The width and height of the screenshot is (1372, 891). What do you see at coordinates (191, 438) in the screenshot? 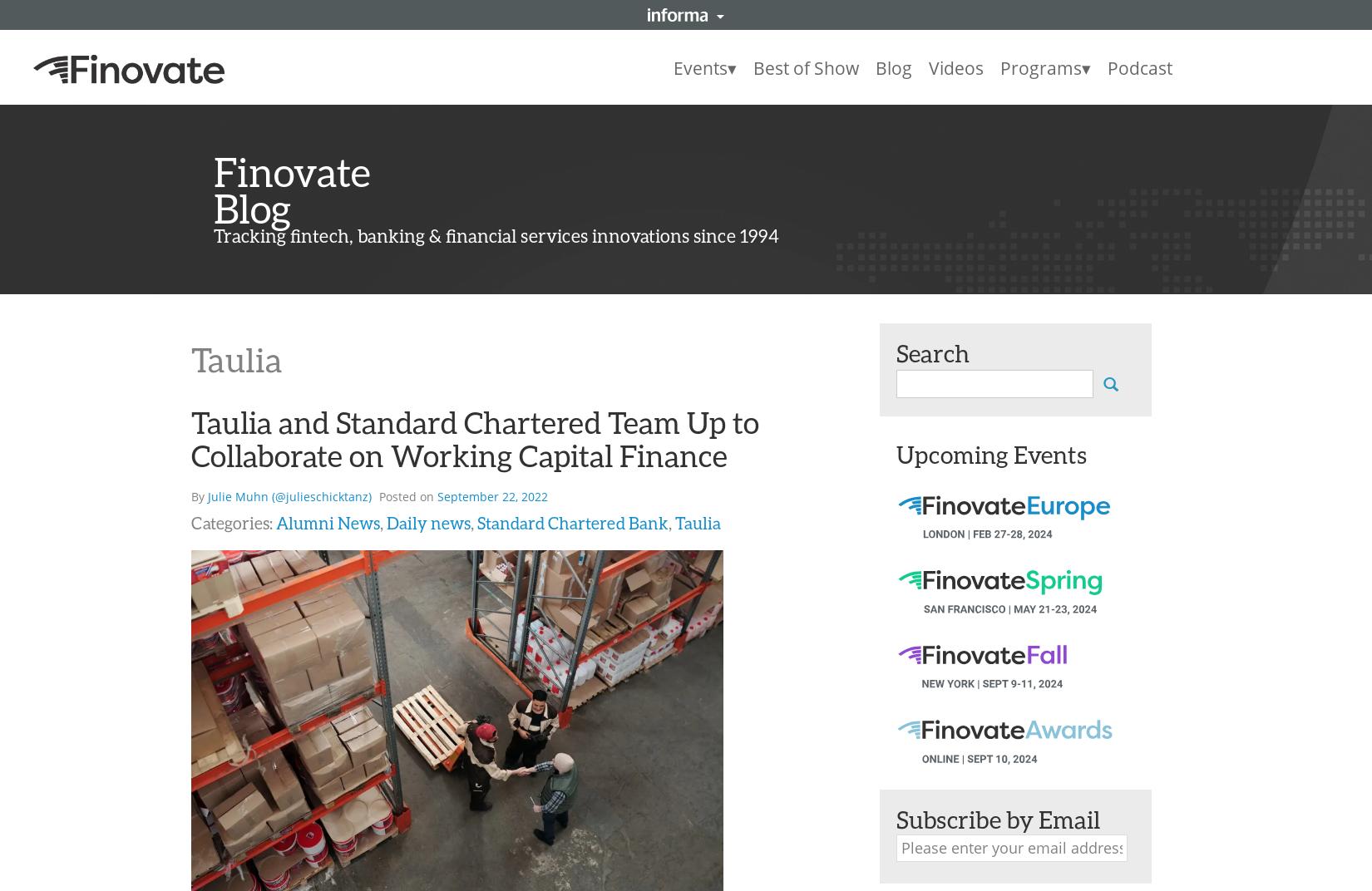
I see `'Taulia and Standard Chartered Team Up to Collaborate on Working Capital Finance'` at bounding box center [191, 438].